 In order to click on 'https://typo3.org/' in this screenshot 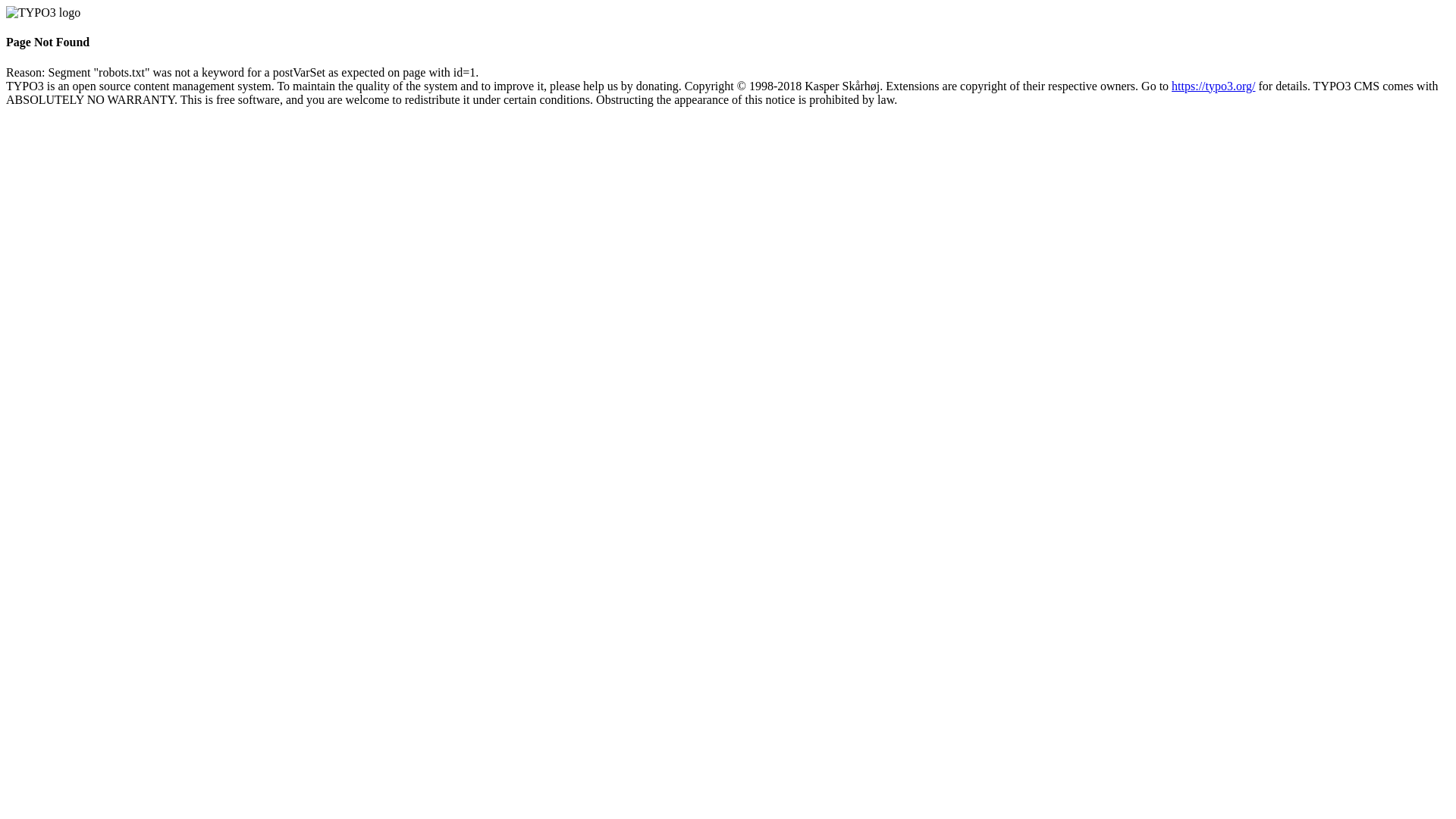, I will do `click(1212, 86)`.